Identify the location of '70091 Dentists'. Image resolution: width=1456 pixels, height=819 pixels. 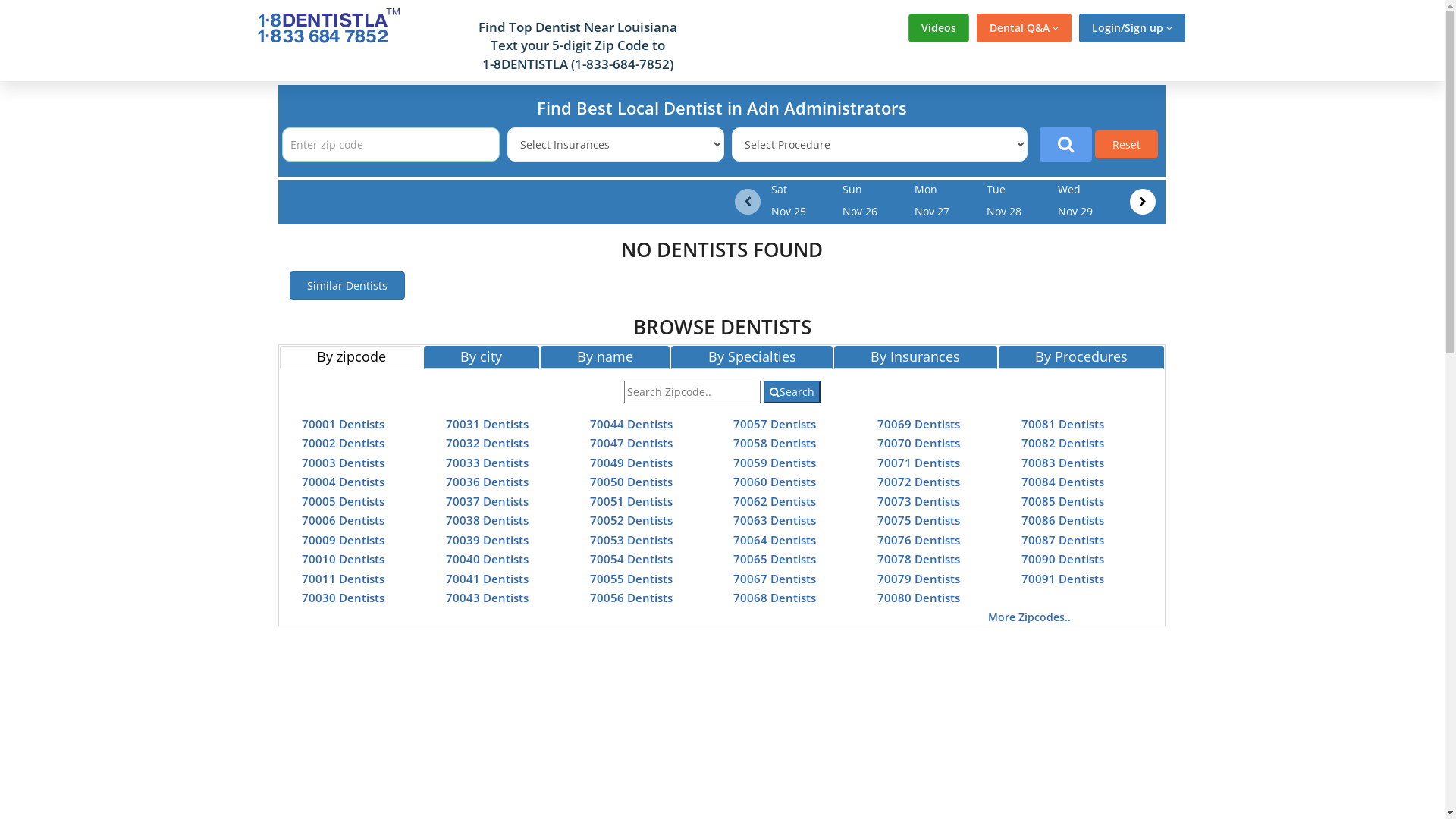
(1062, 578).